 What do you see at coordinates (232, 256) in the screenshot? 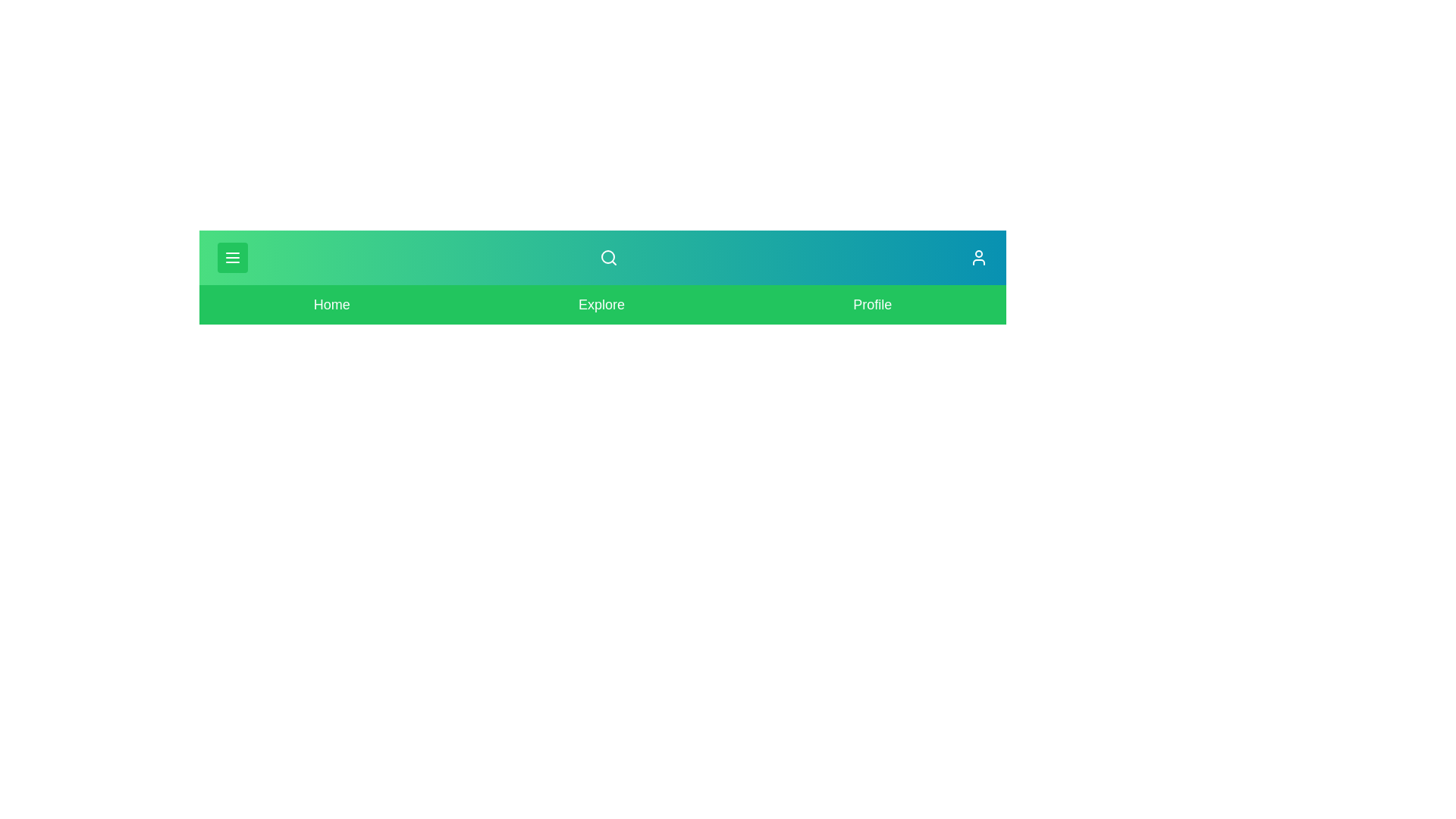
I see `the menu button to toggle the navigation menu visibility` at bounding box center [232, 256].